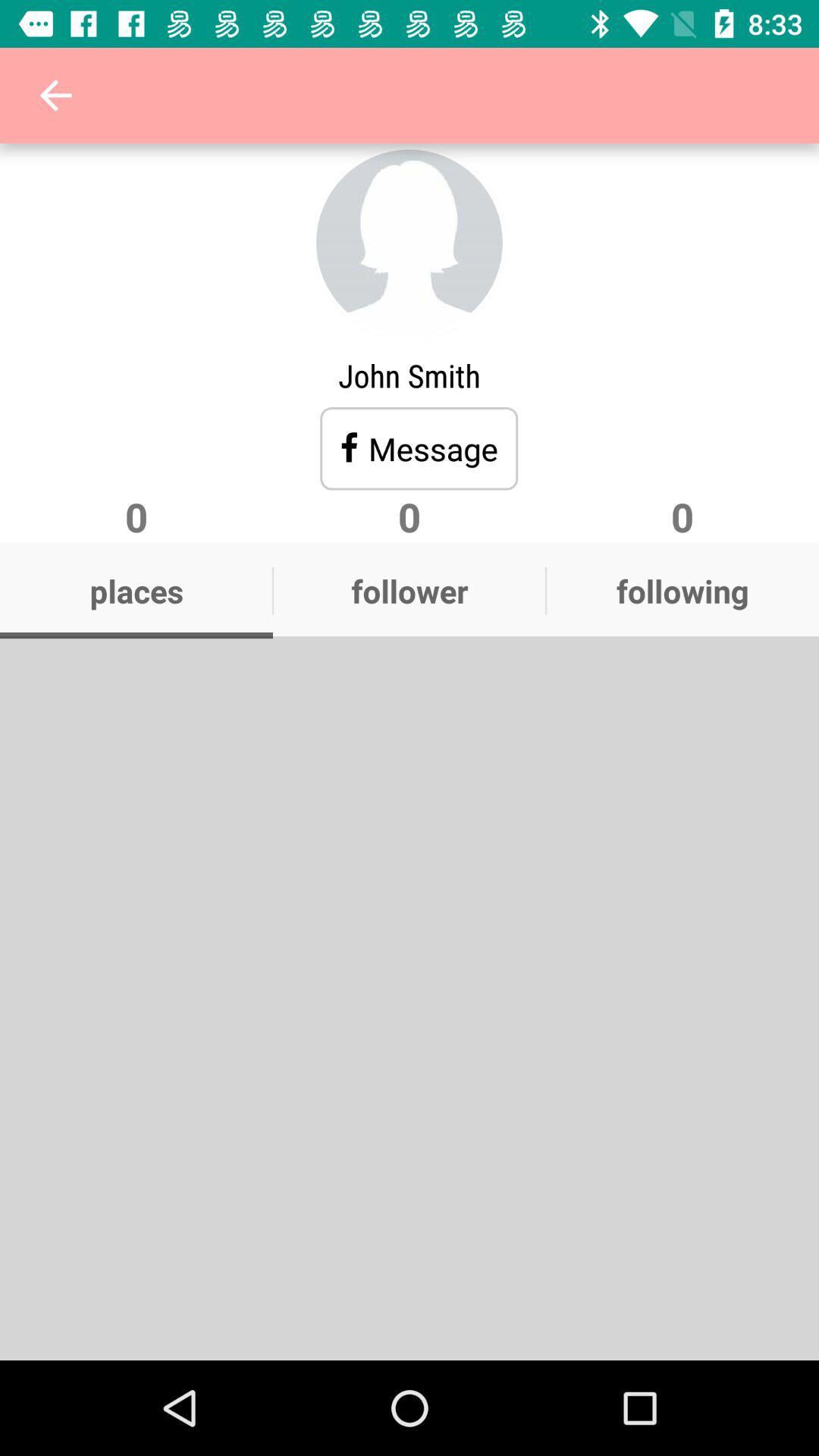 This screenshot has width=819, height=1456. Describe the element at coordinates (409, 590) in the screenshot. I see `the icon next to places icon` at that location.